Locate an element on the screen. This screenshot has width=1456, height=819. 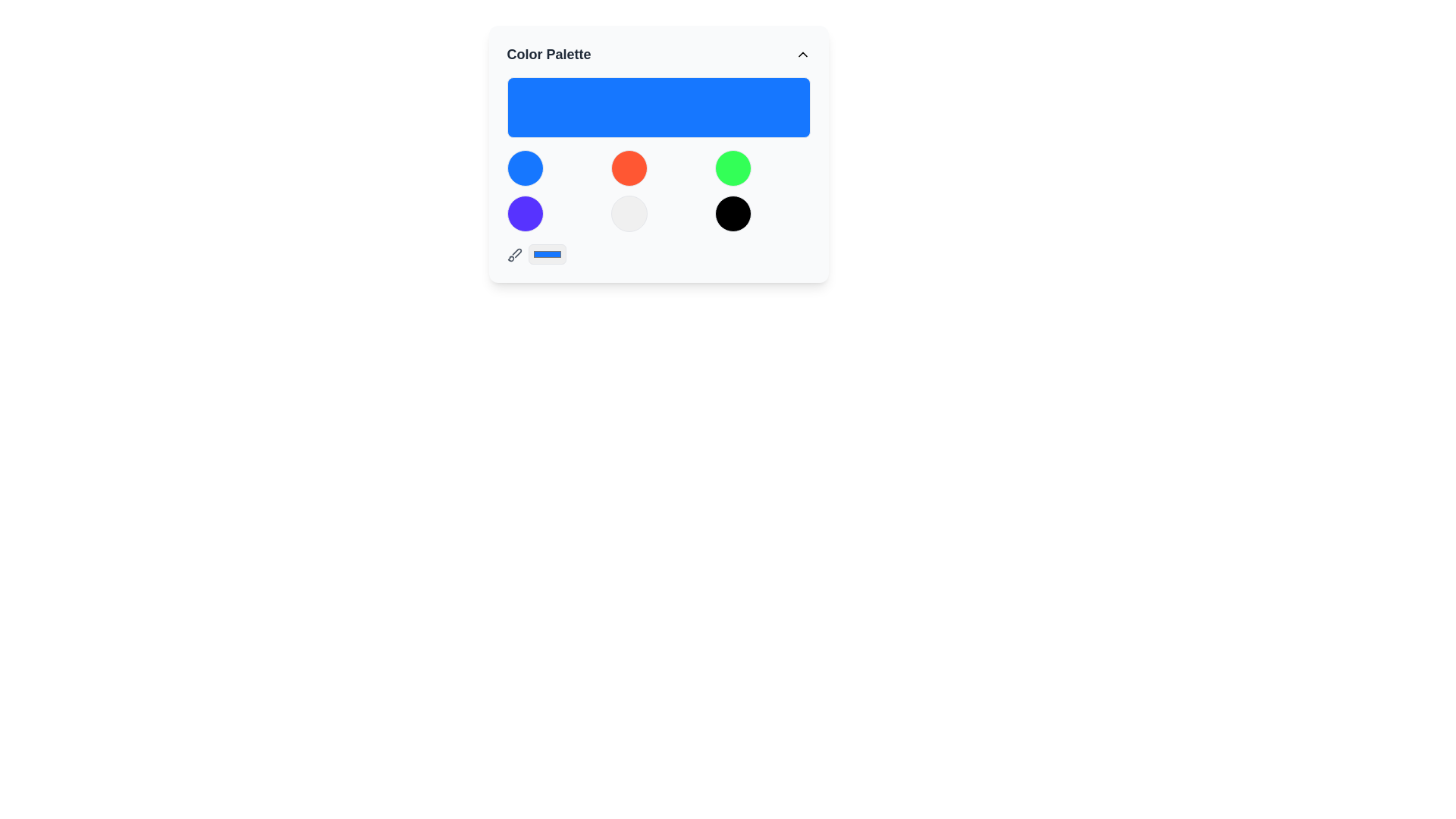
the upward arrow button on the right side of the 'Color Palette' section is located at coordinates (802, 54).